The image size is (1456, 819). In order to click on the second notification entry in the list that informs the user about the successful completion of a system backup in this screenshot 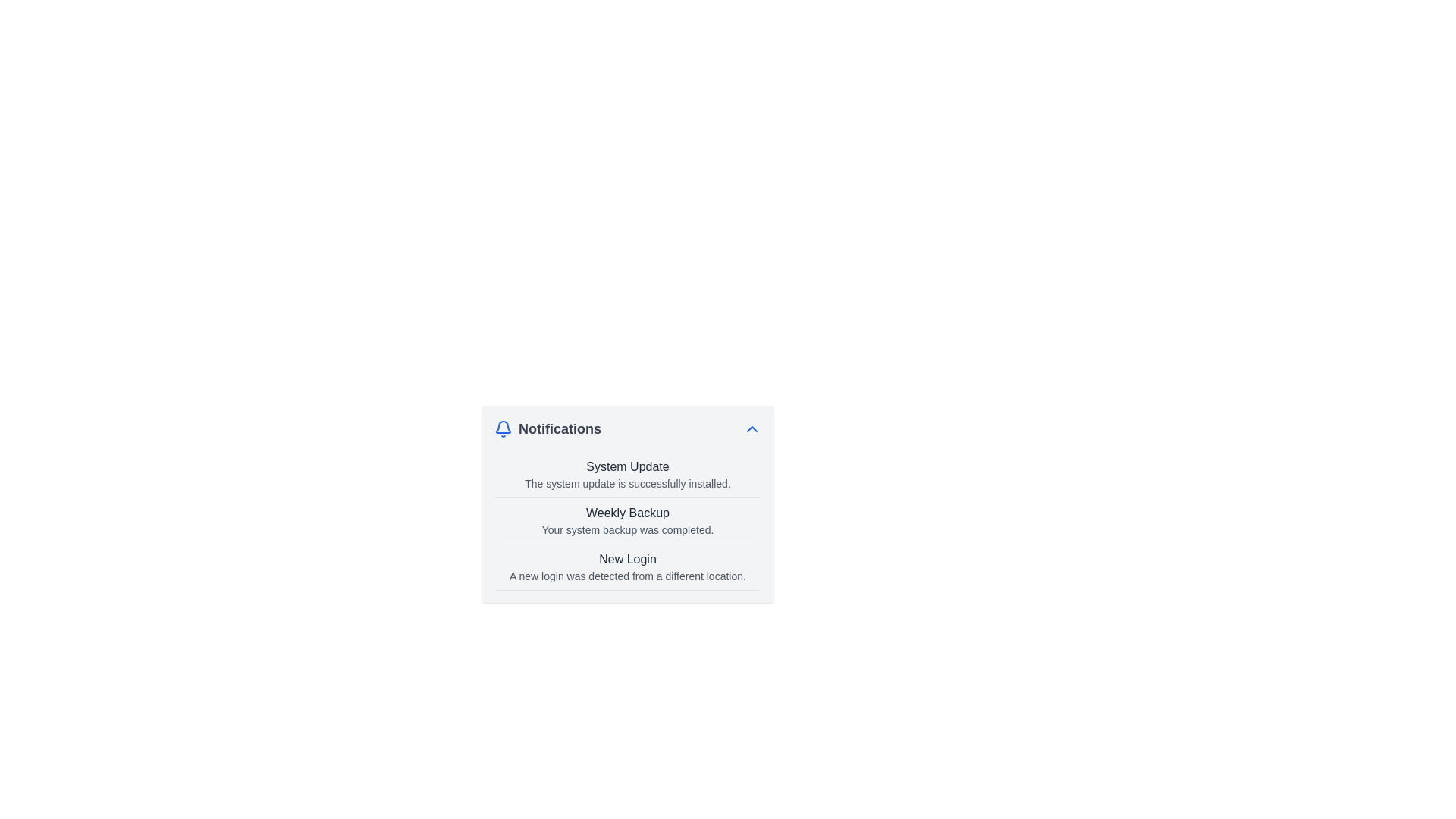, I will do `click(628, 520)`.